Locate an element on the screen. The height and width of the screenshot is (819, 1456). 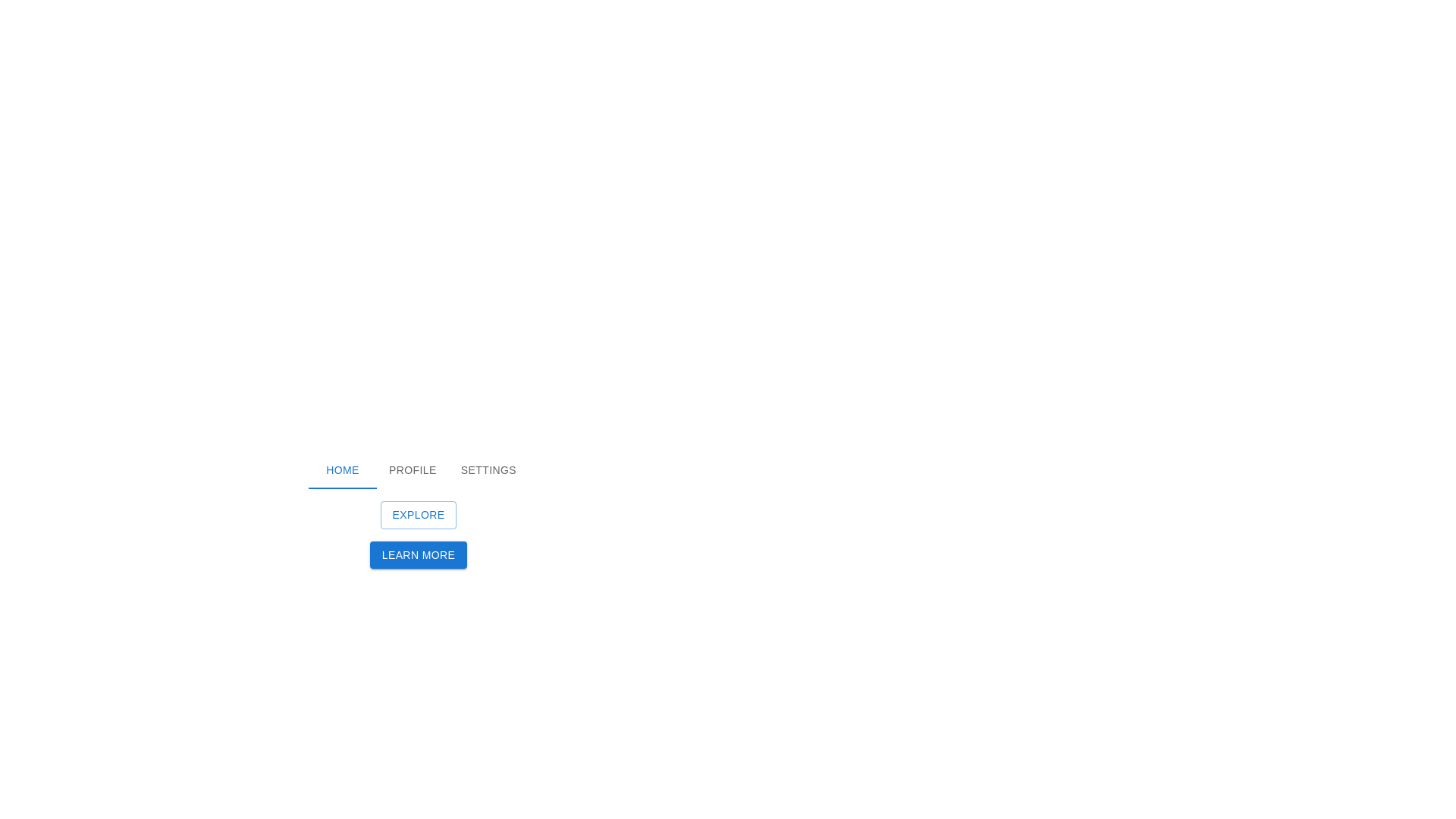
the 'Explore' button, which is a rectangular button with a white background and blue text, located below the tab bar and above the 'Learn More' button is located at coordinates (419, 510).